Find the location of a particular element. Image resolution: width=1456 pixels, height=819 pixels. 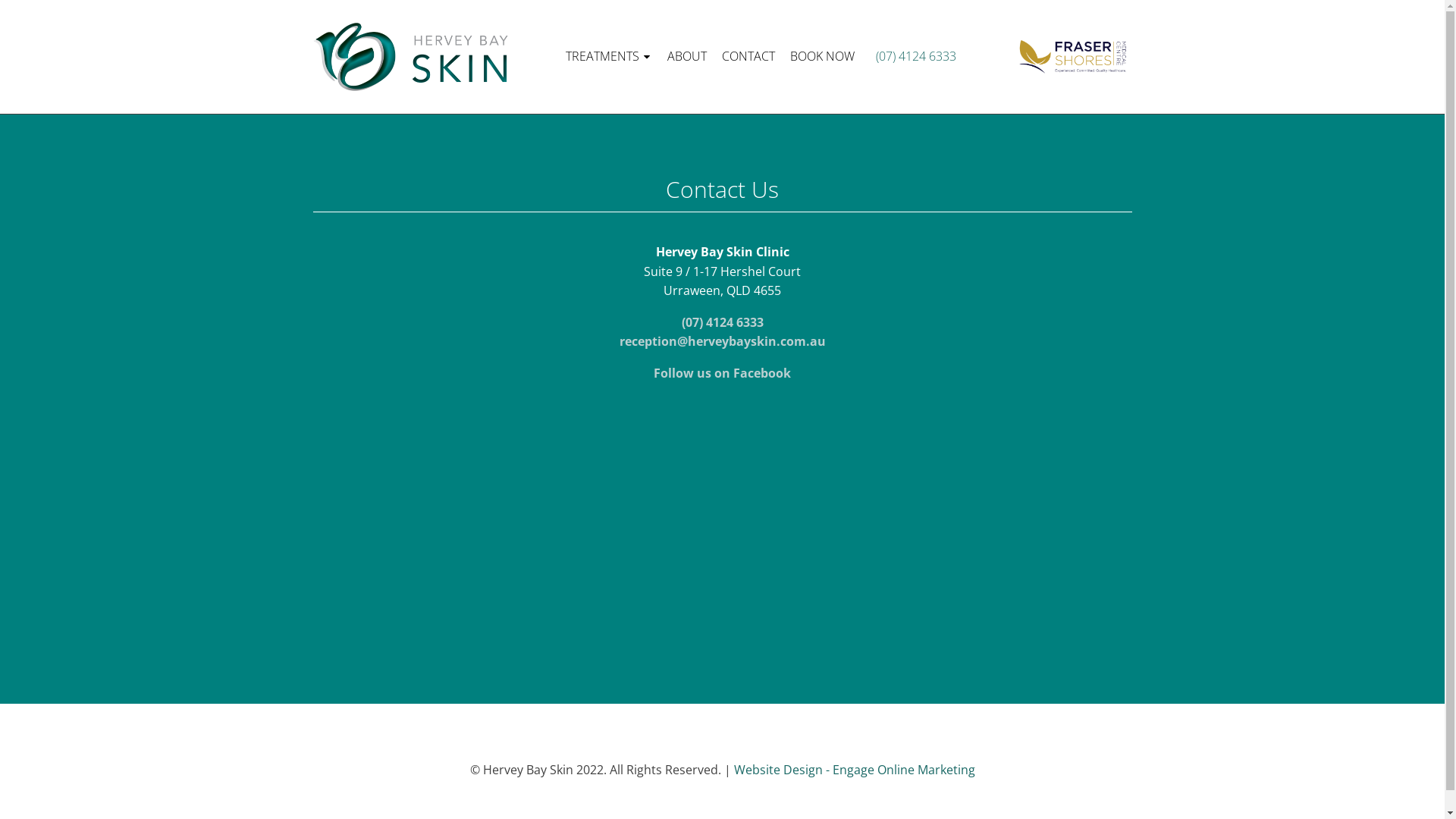

'reception@herveybayskin.com.au' is located at coordinates (720, 341).